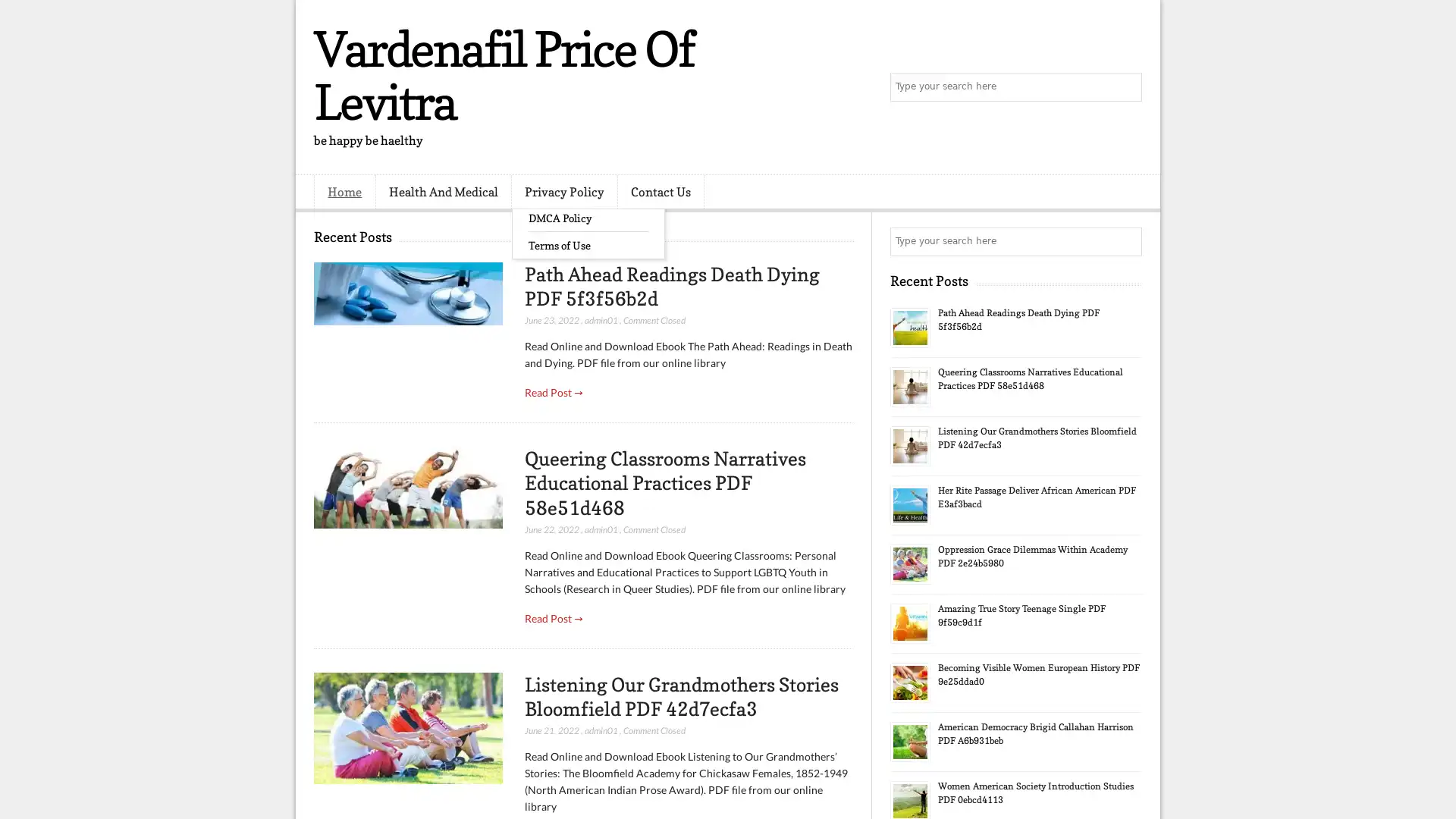 The width and height of the screenshot is (1456, 819). I want to click on Search, so click(1126, 241).